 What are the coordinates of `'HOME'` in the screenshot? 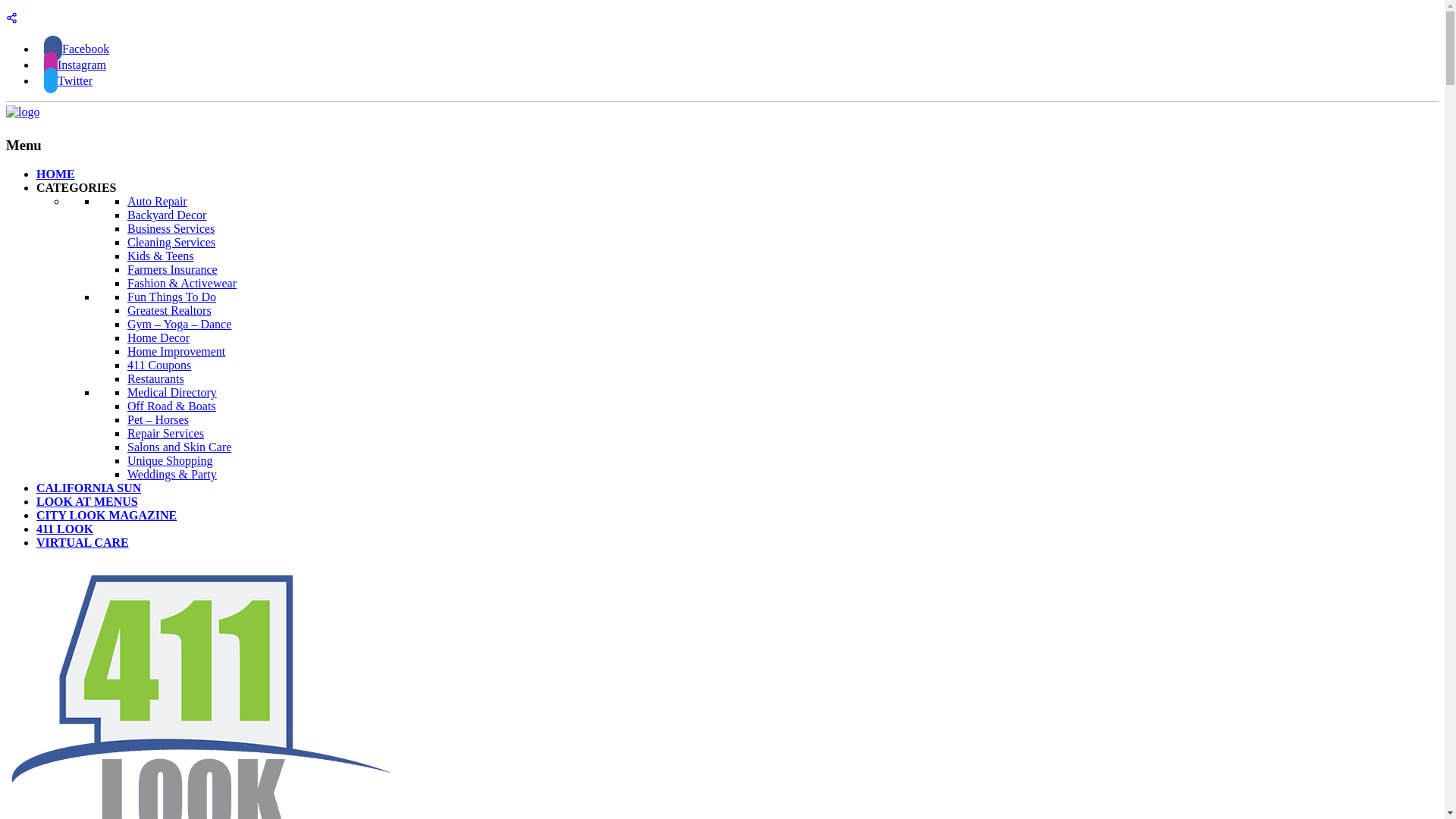 It's located at (55, 173).